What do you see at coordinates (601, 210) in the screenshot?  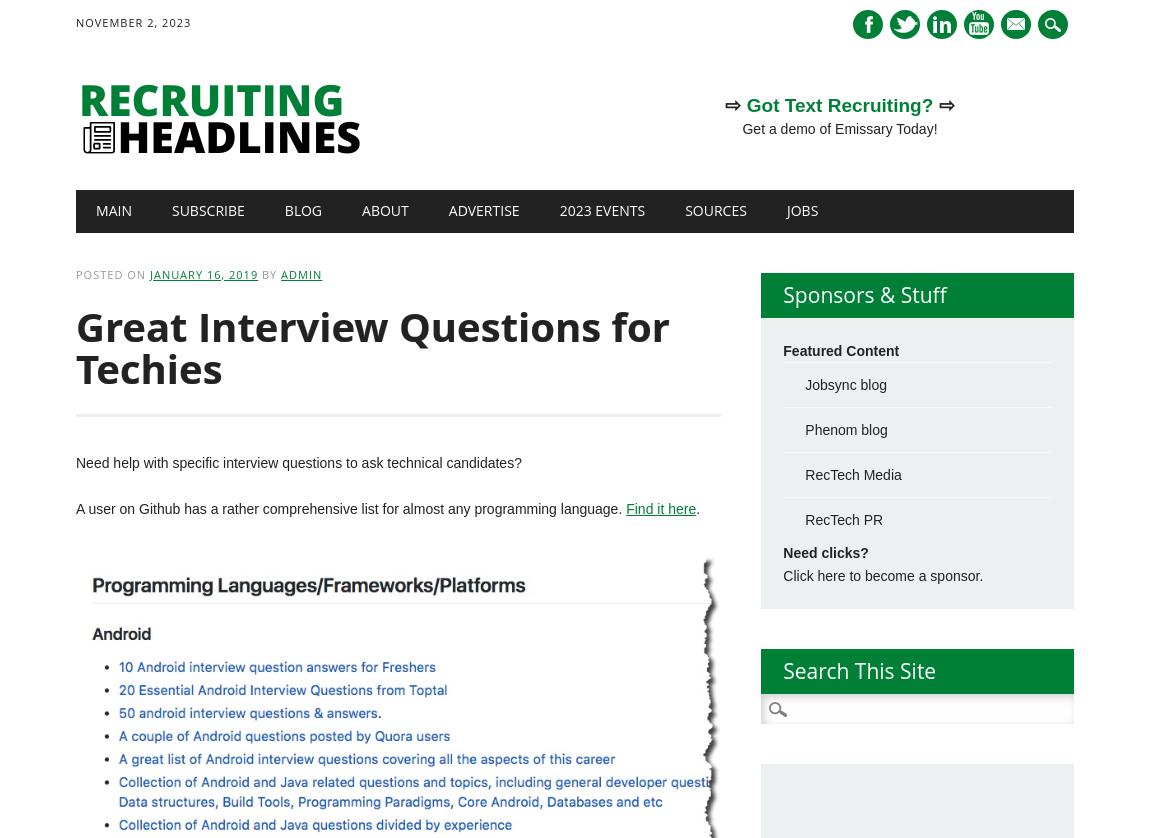 I see `'2023 Events'` at bounding box center [601, 210].